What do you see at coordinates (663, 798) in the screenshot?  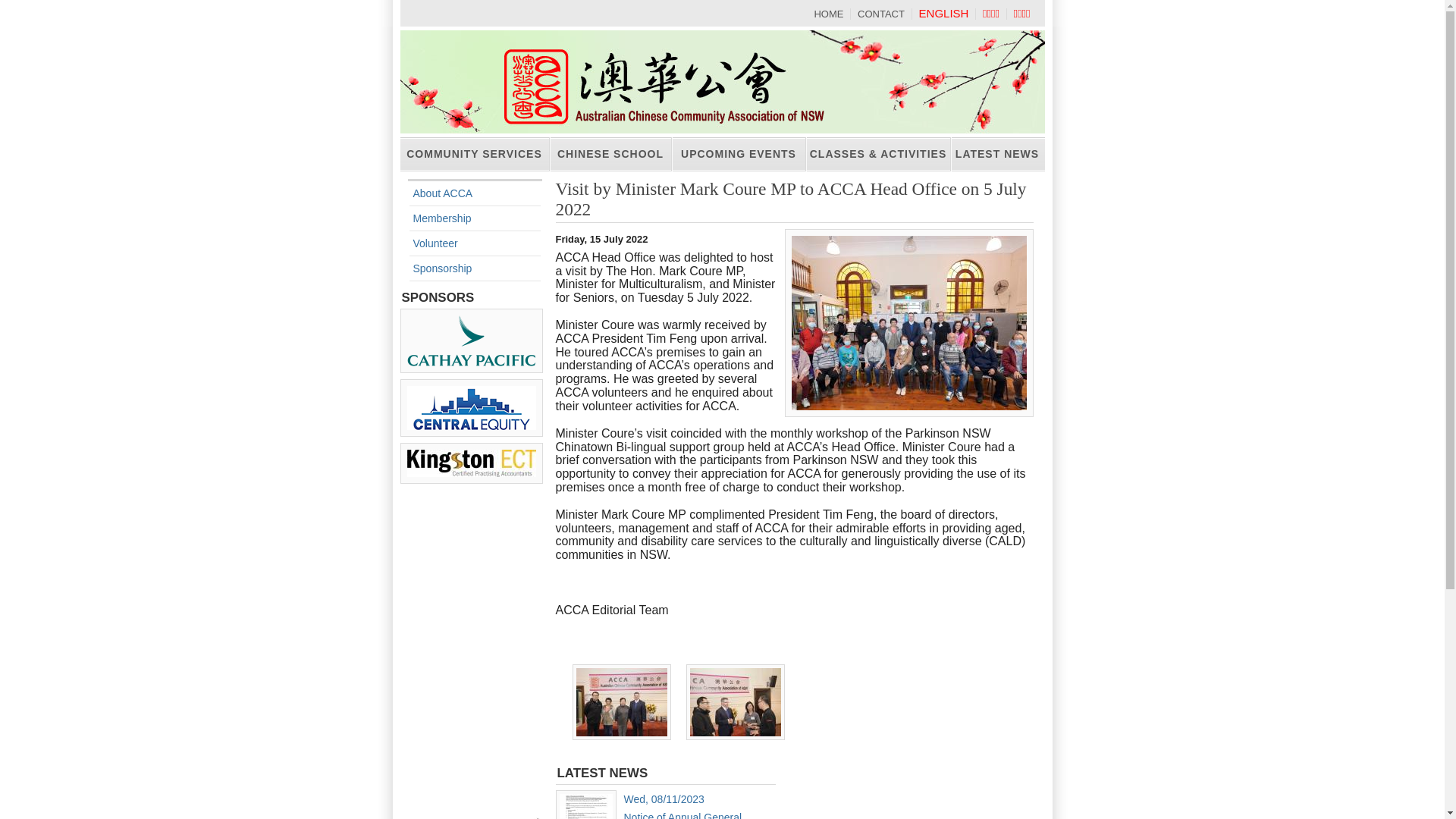 I see `'Wed, 08/11/2023'` at bounding box center [663, 798].